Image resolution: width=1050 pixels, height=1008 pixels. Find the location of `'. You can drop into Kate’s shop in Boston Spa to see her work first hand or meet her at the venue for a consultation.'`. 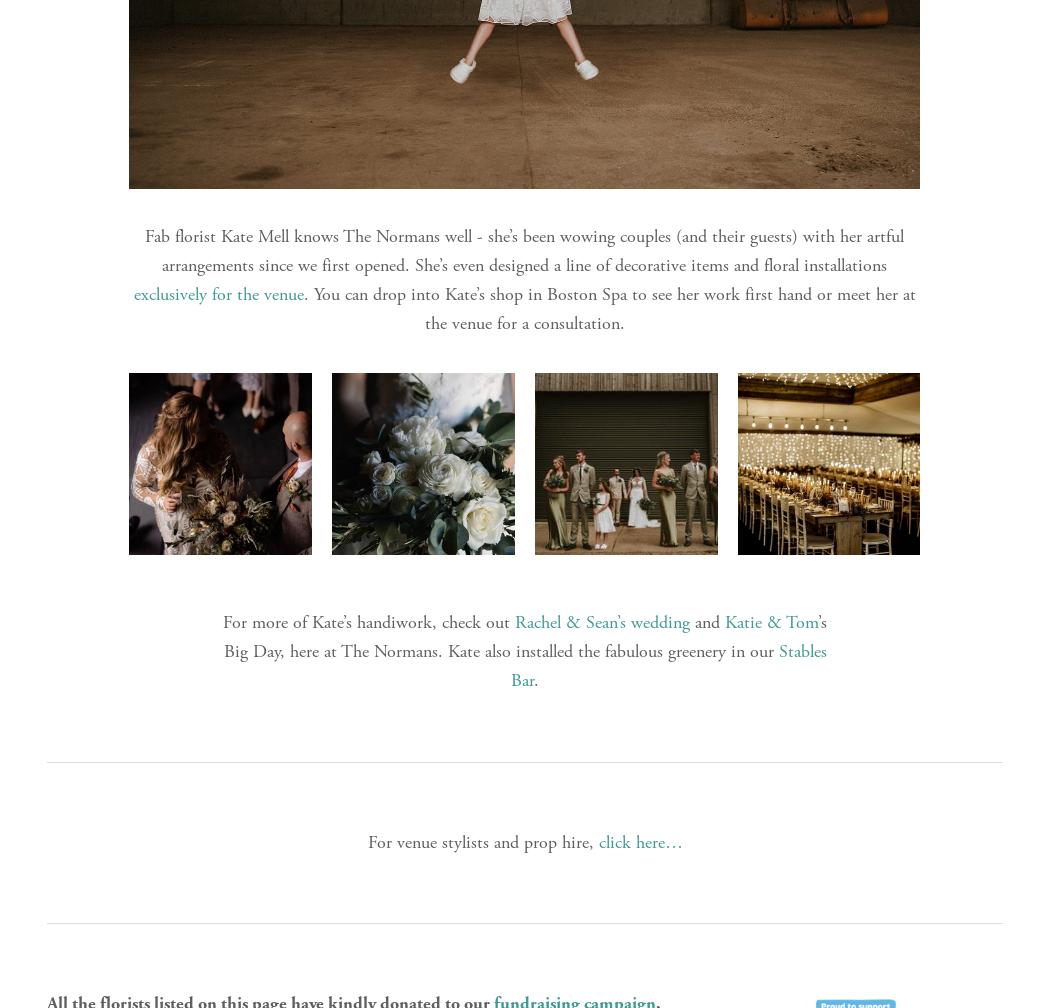

'. You can drop into Kate’s shop in Boston Spa to see her work first hand or meet her at the venue for a consultation.' is located at coordinates (611, 308).